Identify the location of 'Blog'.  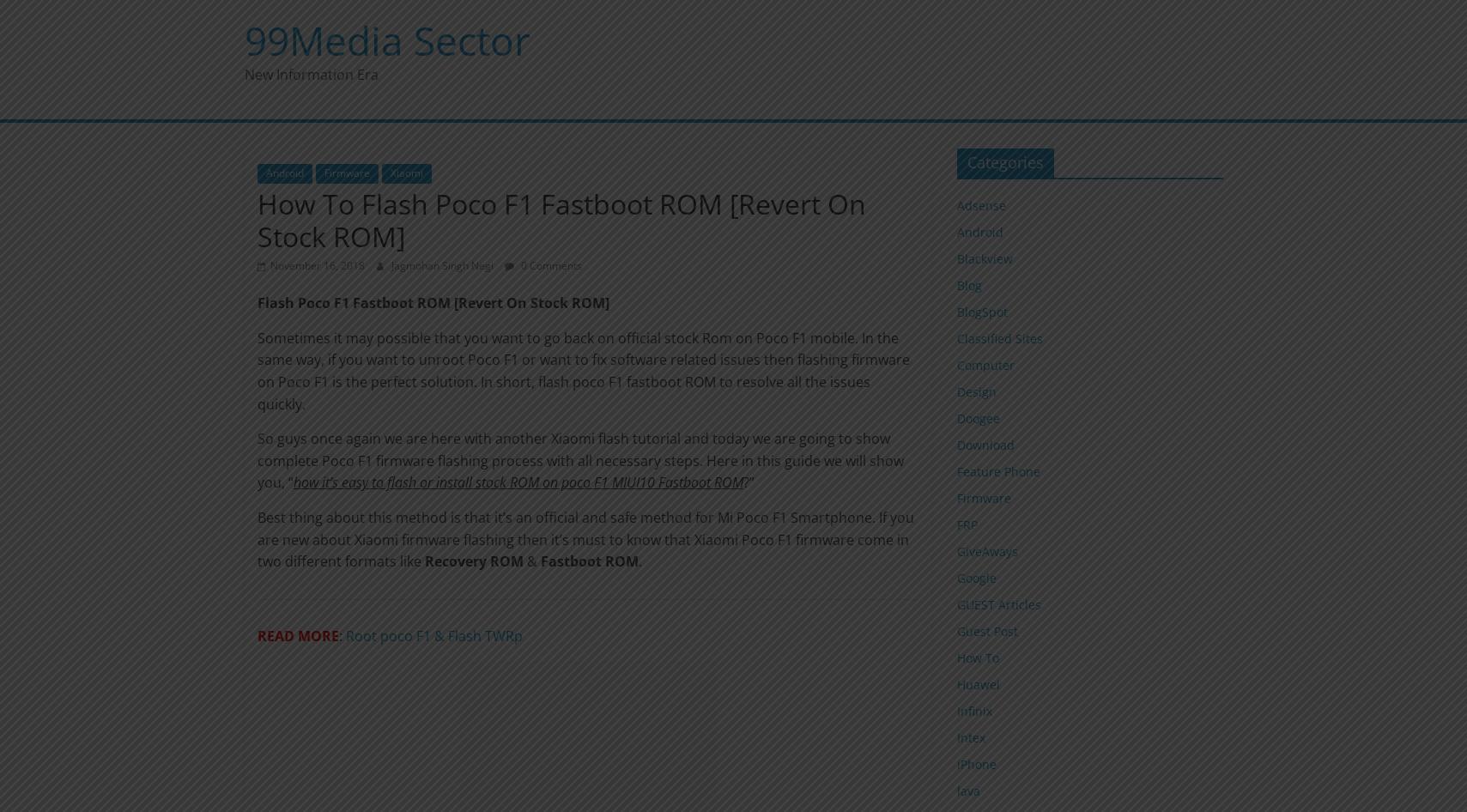
(968, 284).